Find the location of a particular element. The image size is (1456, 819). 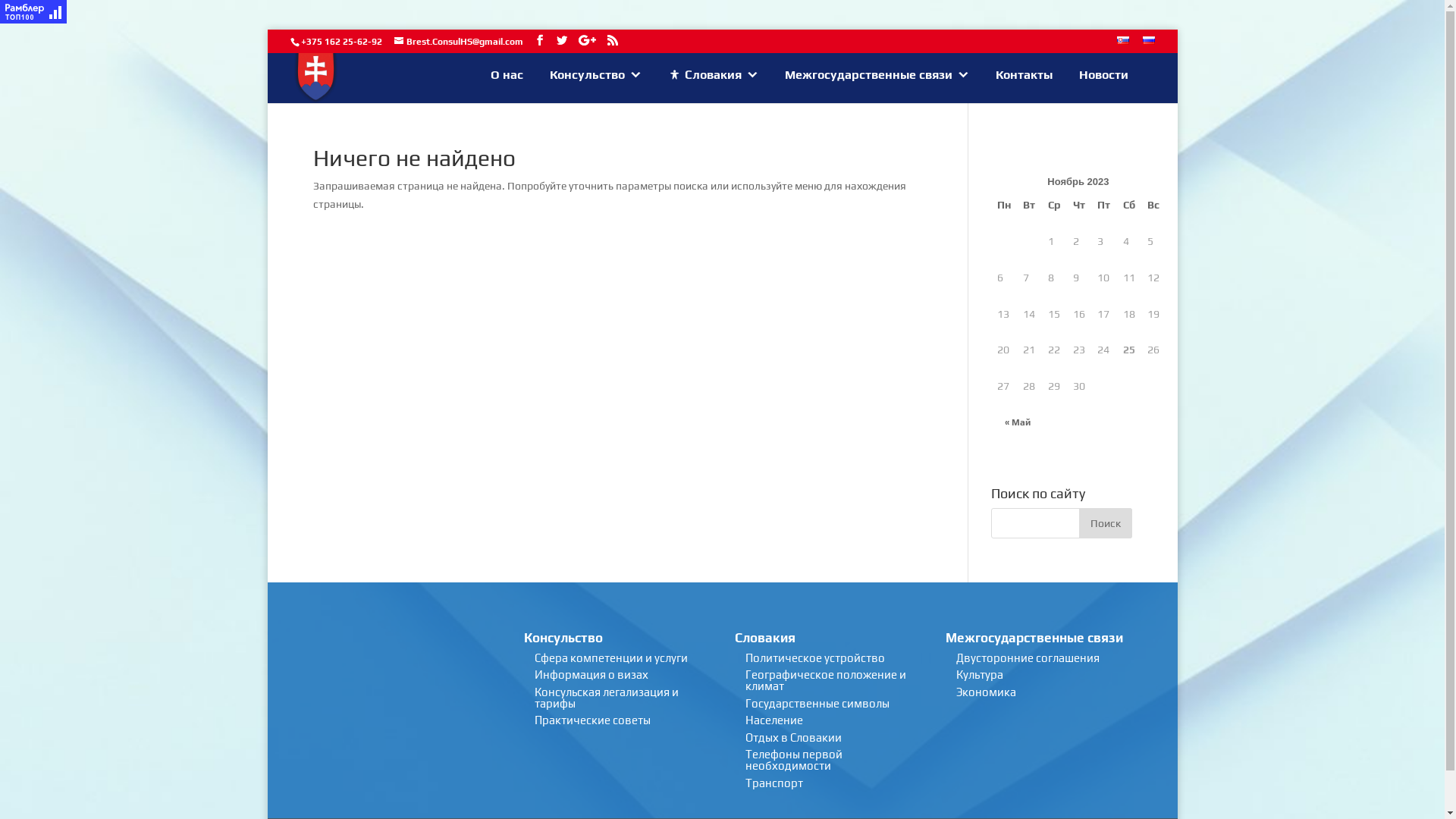

'Brest.ConsulHS@gmail.com' is located at coordinates (457, 40).